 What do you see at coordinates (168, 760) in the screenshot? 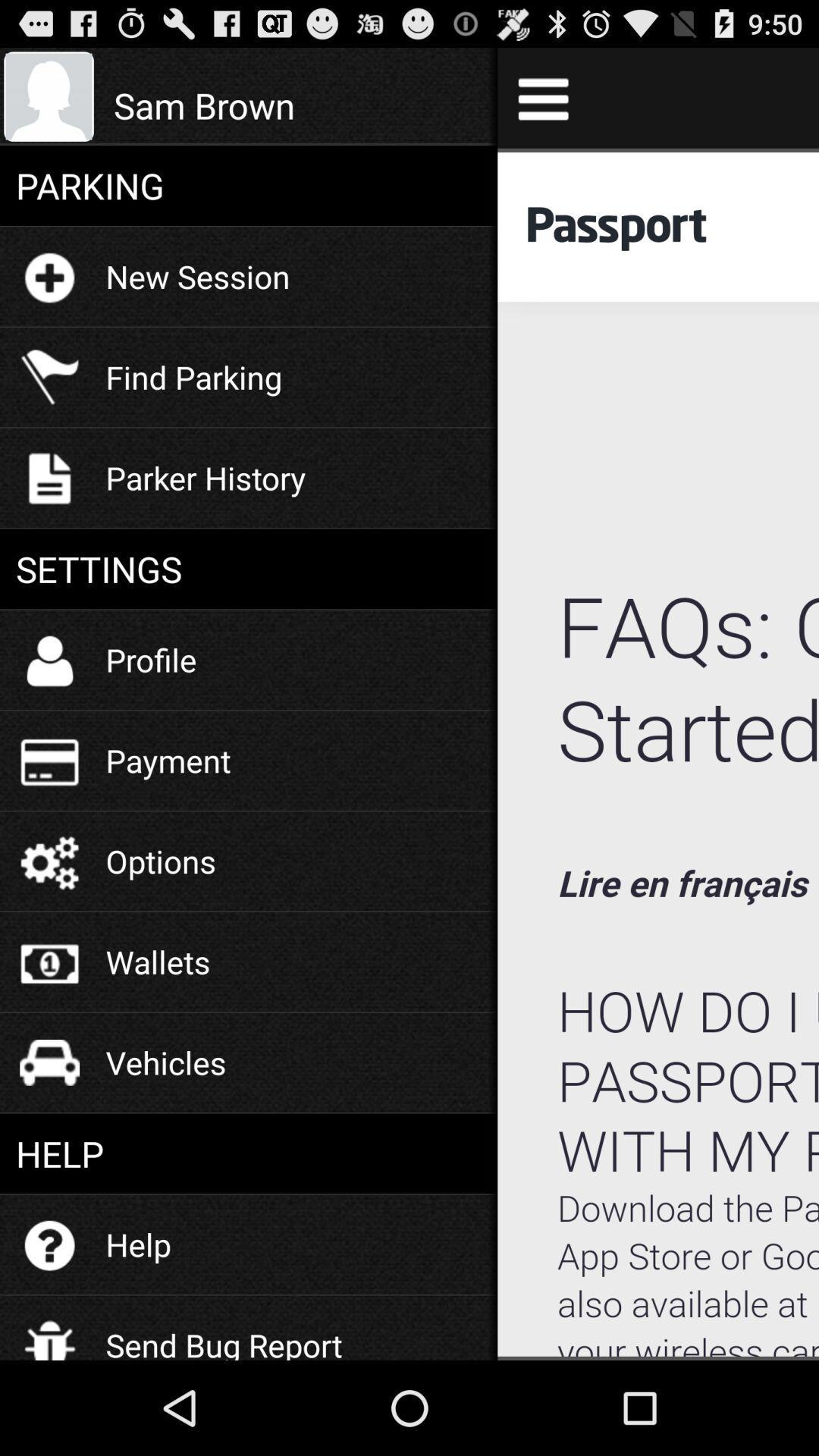
I see `item above the options` at bounding box center [168, 760].